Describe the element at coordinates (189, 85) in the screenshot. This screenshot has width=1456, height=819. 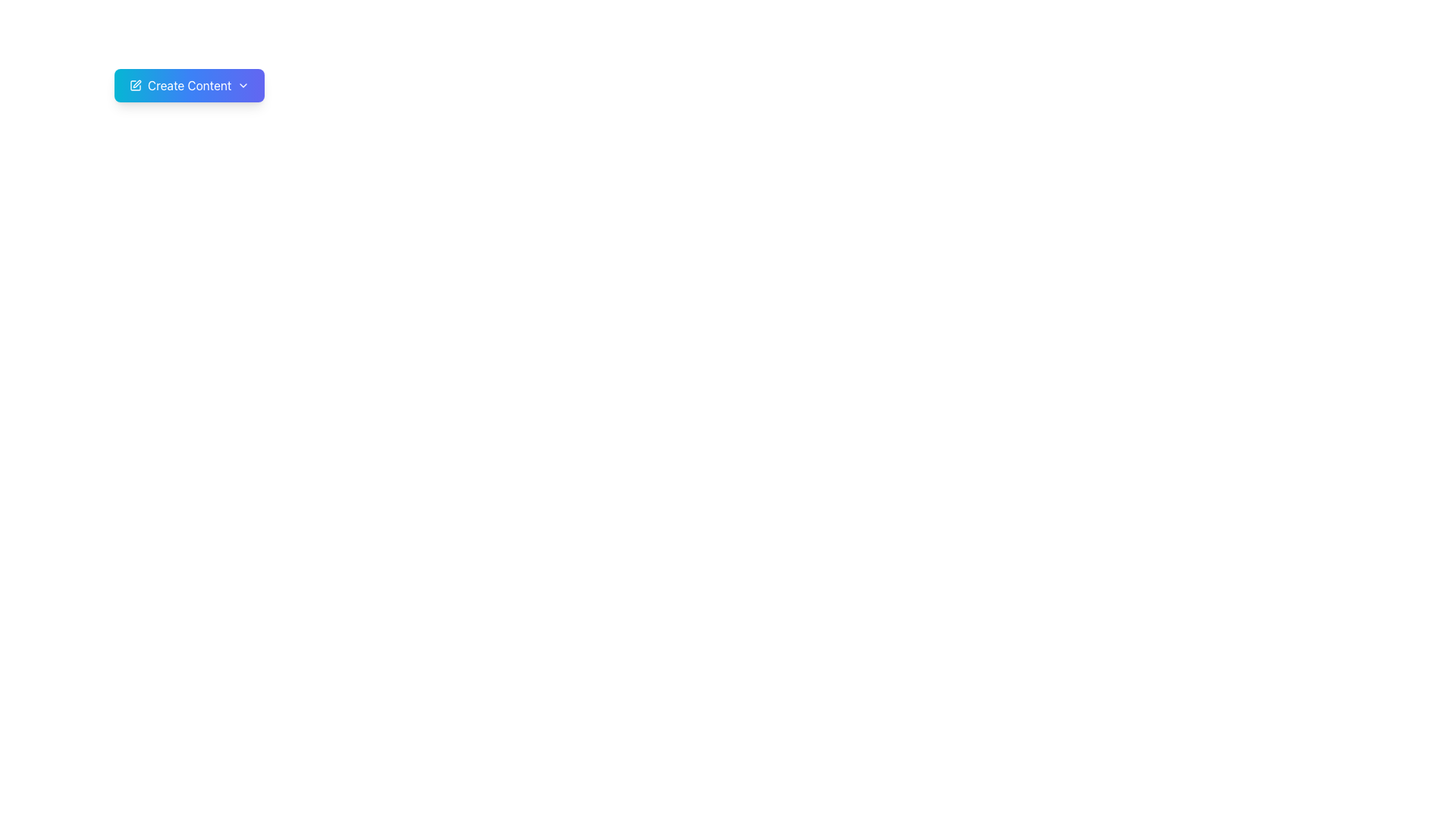
I see `the 'Create Content' static text element displayed in white font, which is centered within a gradient button transitioning from cyan to blue to indigo` at that location.